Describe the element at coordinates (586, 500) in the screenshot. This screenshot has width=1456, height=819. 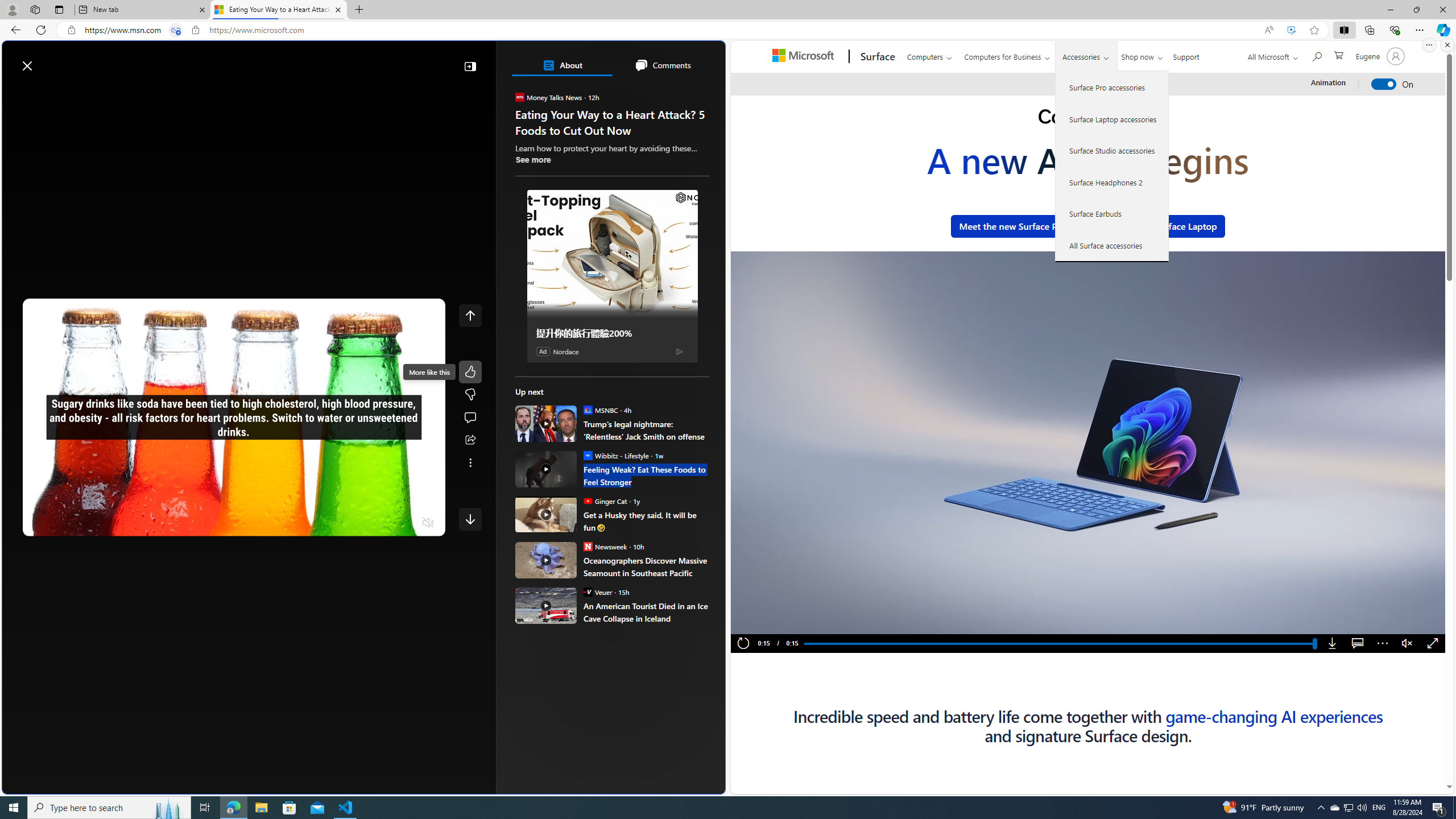
I see `'Ginger Cat'` at that location.